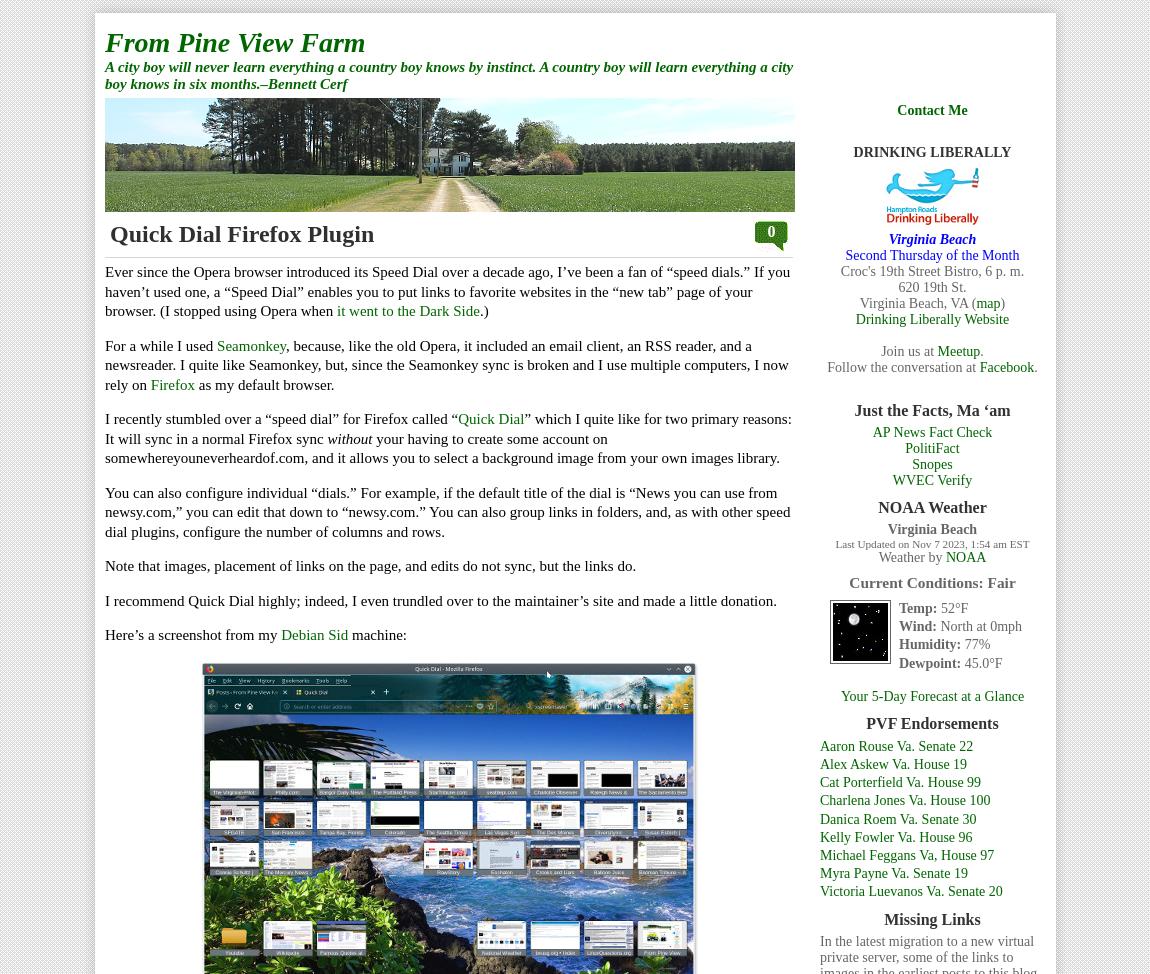 The height and width of the screenshot is (974, 1150). What do you see at coordinates (1006, 367) in the screenshot?
I see `'Facebook'` at bounding box center [1006, 367].